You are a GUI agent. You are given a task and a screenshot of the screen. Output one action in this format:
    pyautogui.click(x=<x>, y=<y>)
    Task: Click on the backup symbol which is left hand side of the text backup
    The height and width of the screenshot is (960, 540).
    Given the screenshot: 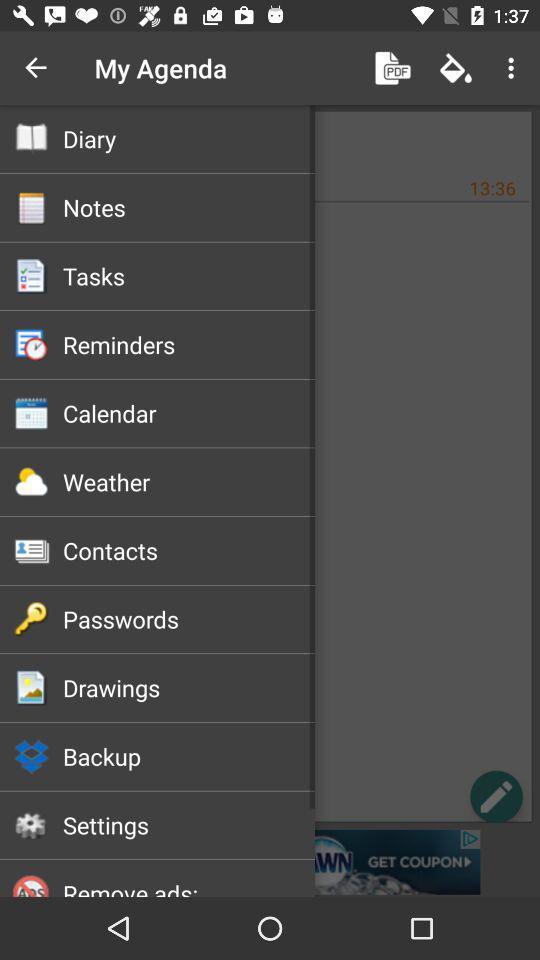 What is the action you would take?
    pyautogui.click(x=31, y=755)
    